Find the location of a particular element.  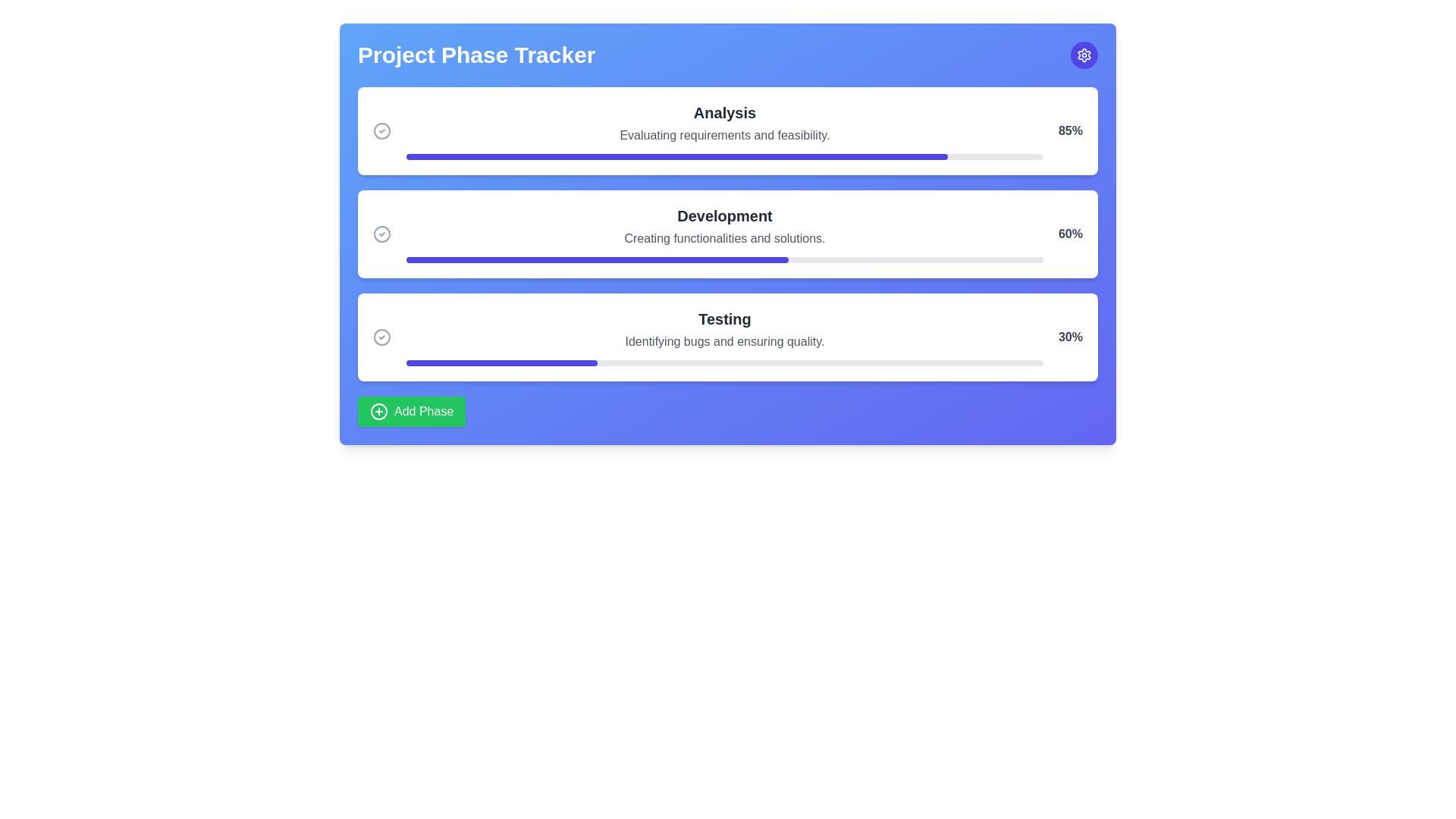

the settings icon located at the top-right corner of the application interface is located at coordinates (1084, 55).